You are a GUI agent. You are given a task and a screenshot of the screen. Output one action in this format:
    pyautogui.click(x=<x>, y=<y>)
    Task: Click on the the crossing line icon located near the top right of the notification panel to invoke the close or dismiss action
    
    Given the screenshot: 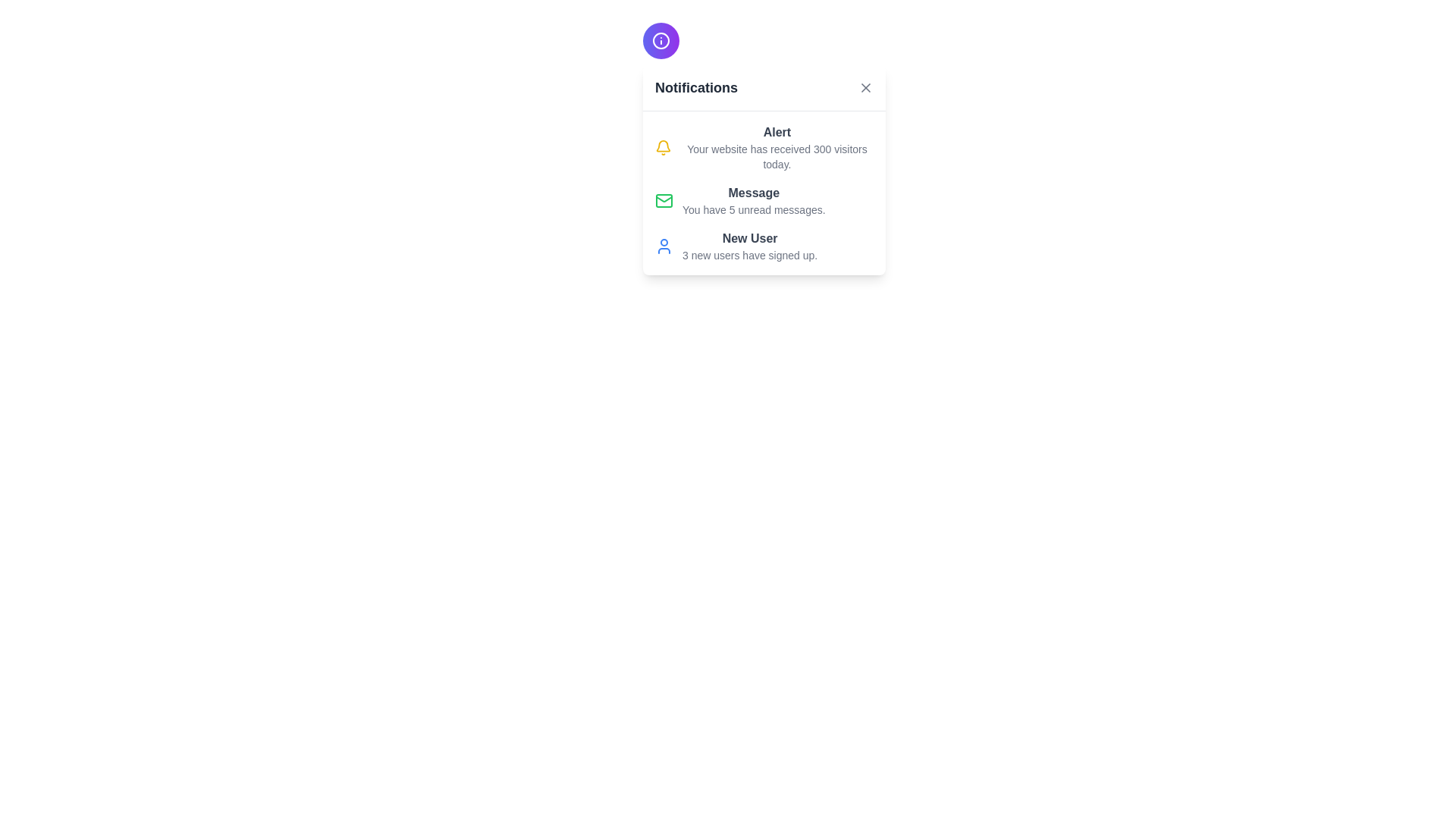 What is the action you would take?
    pyautogui.click(x=866, y=87)
    